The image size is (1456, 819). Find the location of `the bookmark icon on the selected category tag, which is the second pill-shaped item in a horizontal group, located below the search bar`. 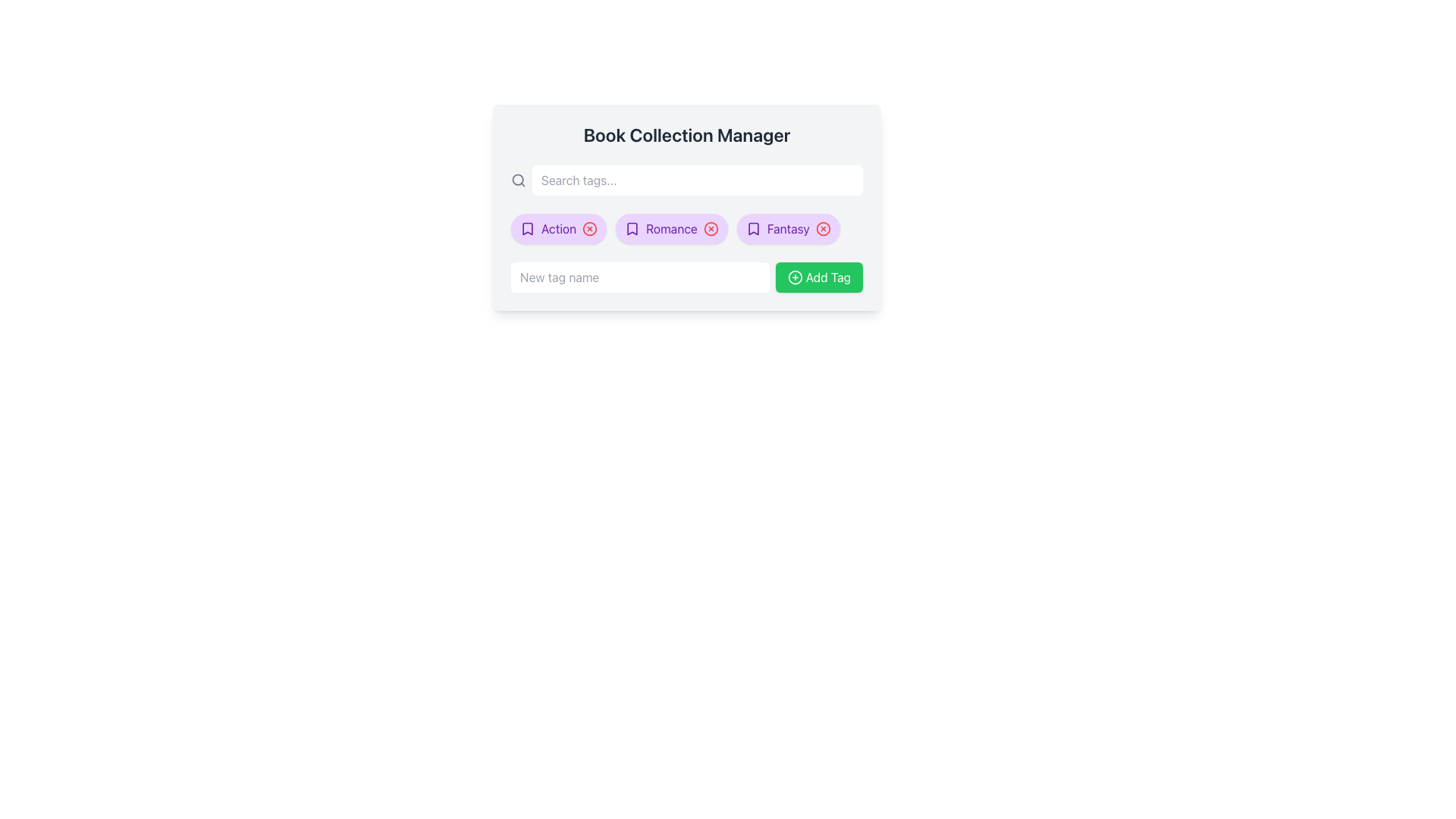

the bookmark icon on the selected category tag, which is the second pill-shaped item in a horizontal group, located below the search bar is located at coordinates (670, 228).